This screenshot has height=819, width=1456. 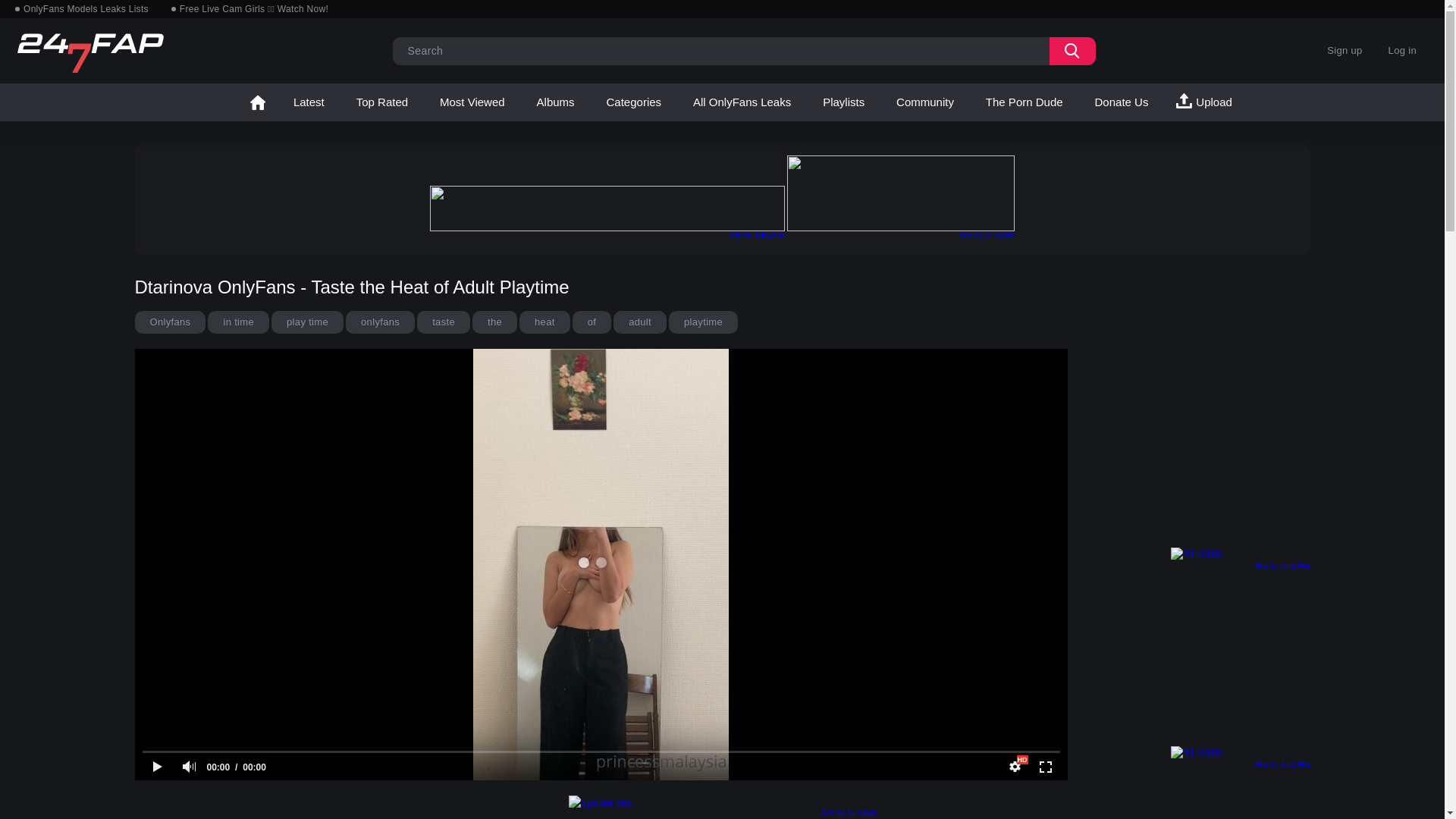 What do you see at coordinates (1024, 102) in the screenshot?
I see `'The Porn Dude'` at bounding box center [1024, 102].